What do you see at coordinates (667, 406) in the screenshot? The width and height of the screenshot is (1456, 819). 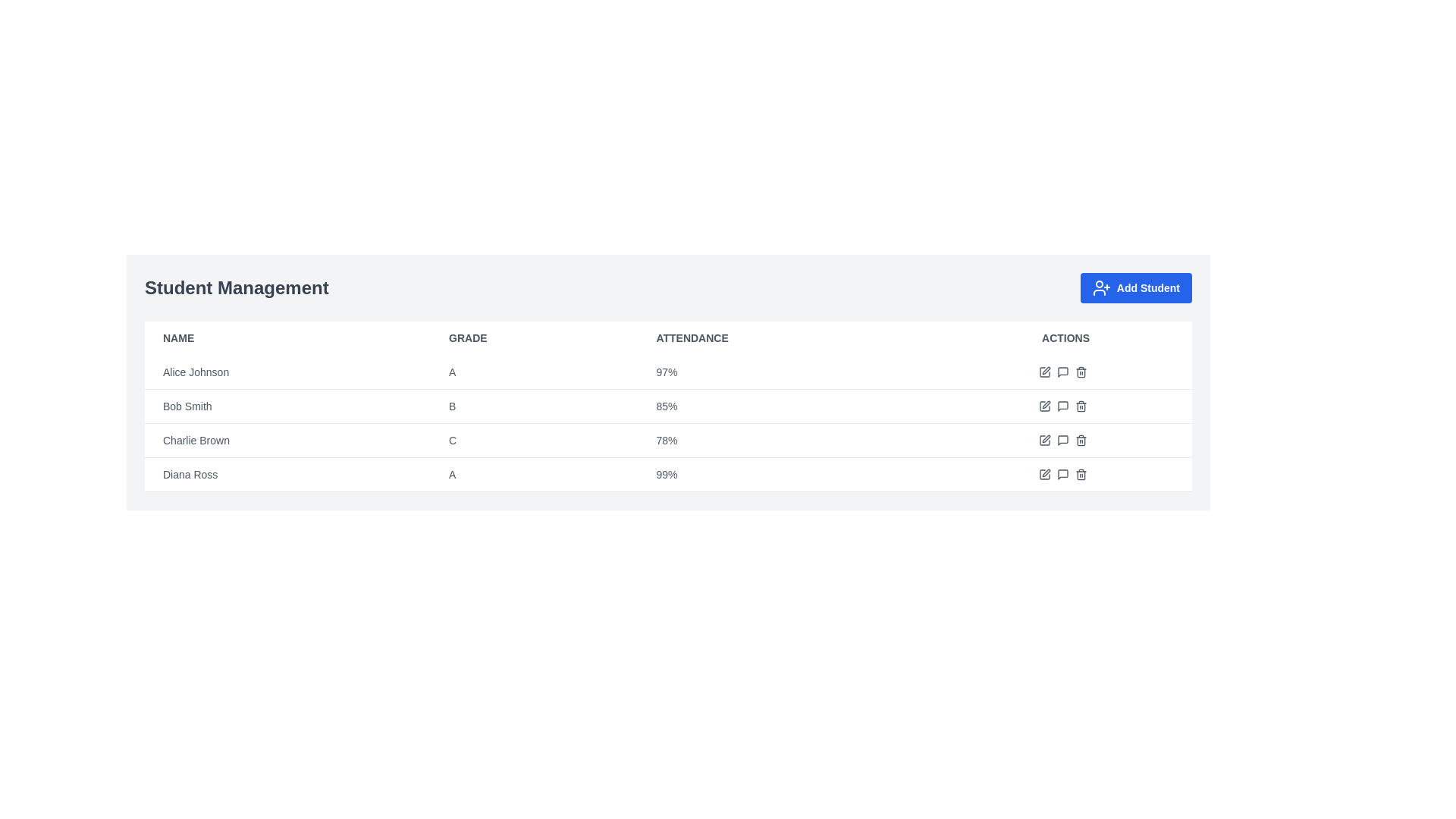 I see `the second row of the table displaying the details for student 'Bob Smith'` at bounding box center [667, 406].